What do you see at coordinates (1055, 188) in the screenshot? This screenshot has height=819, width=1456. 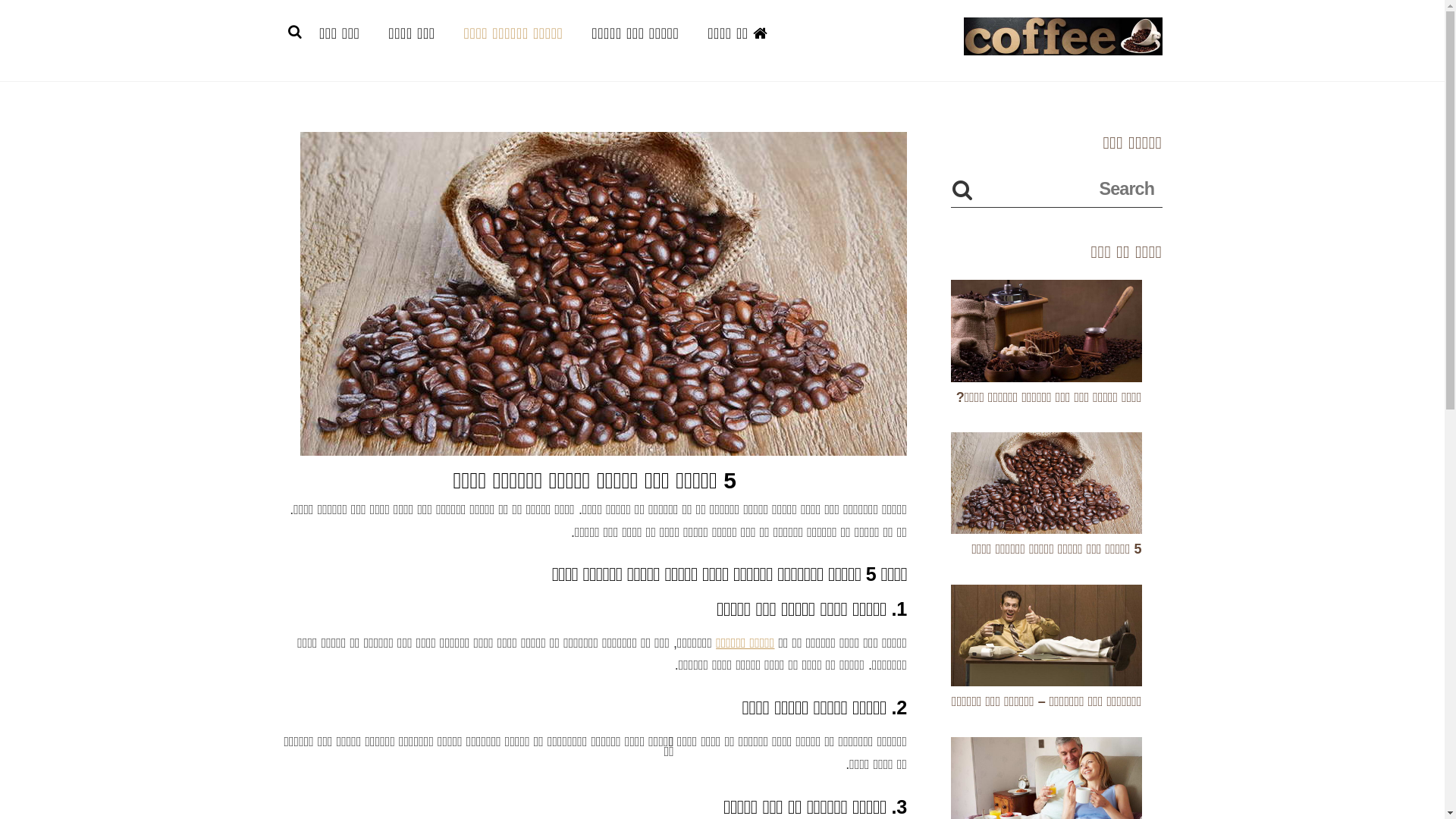 I see `'Search'` at bounding box center [1055, 188].